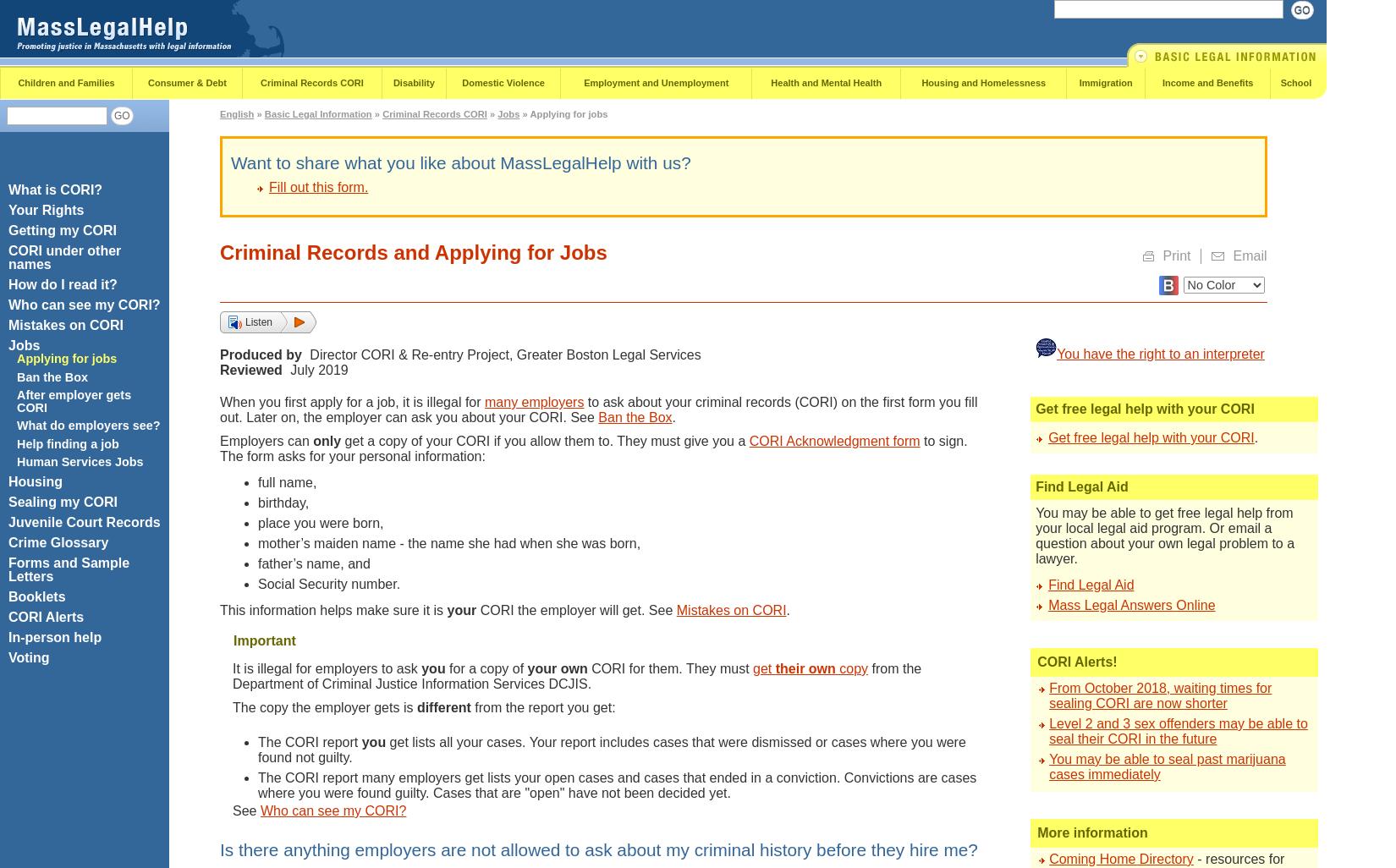 This screenshot has width=1396, height=868. Describe the element at coordinates (311, 81) in the screenshot. I see `'Criminal Records CORI'` at that location.